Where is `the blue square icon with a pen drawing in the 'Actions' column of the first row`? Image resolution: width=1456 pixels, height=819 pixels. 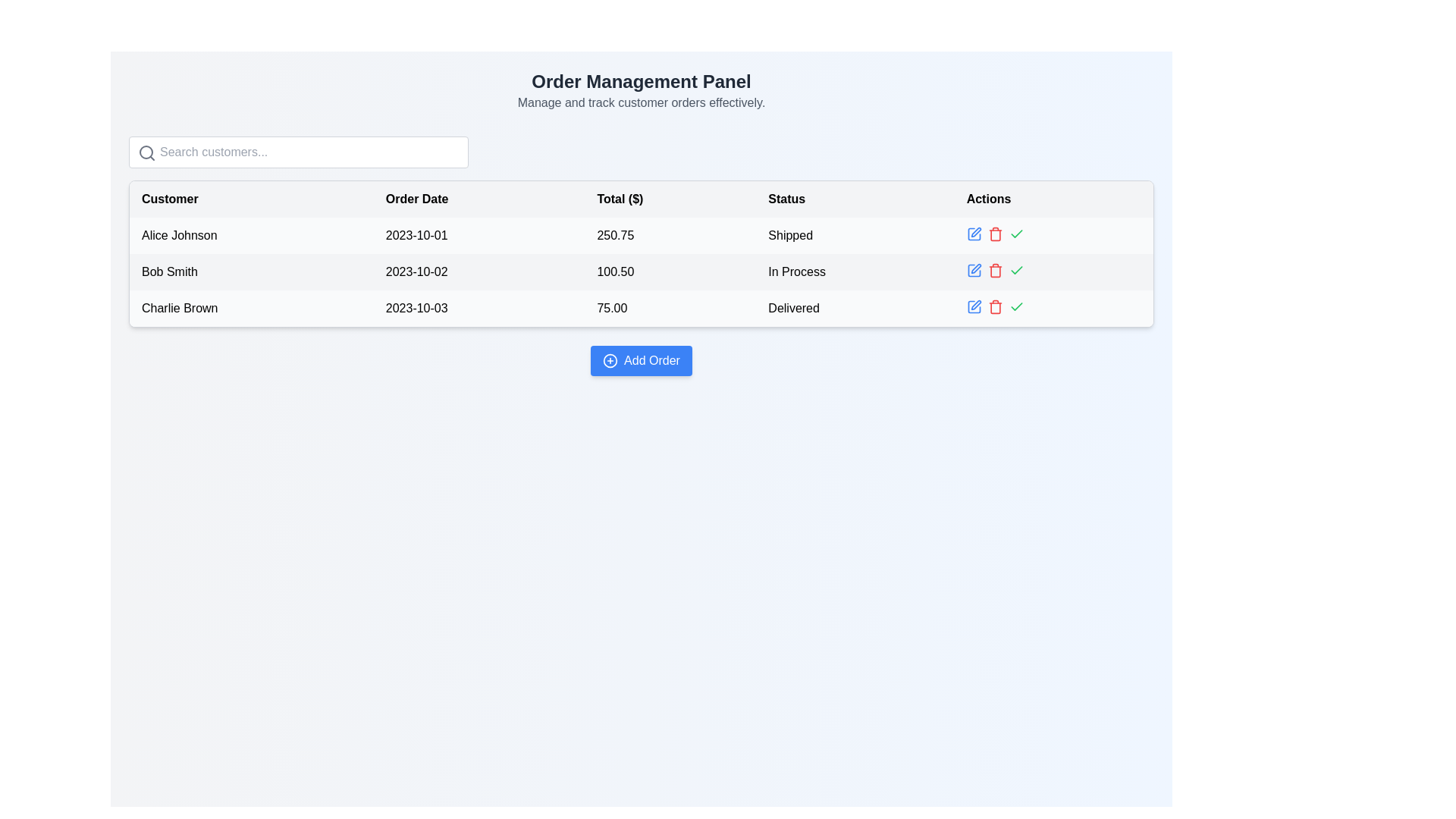
the blue square icon with a pen drawing in the 'Actions' column of the first row is located at coordinates (974, 234).